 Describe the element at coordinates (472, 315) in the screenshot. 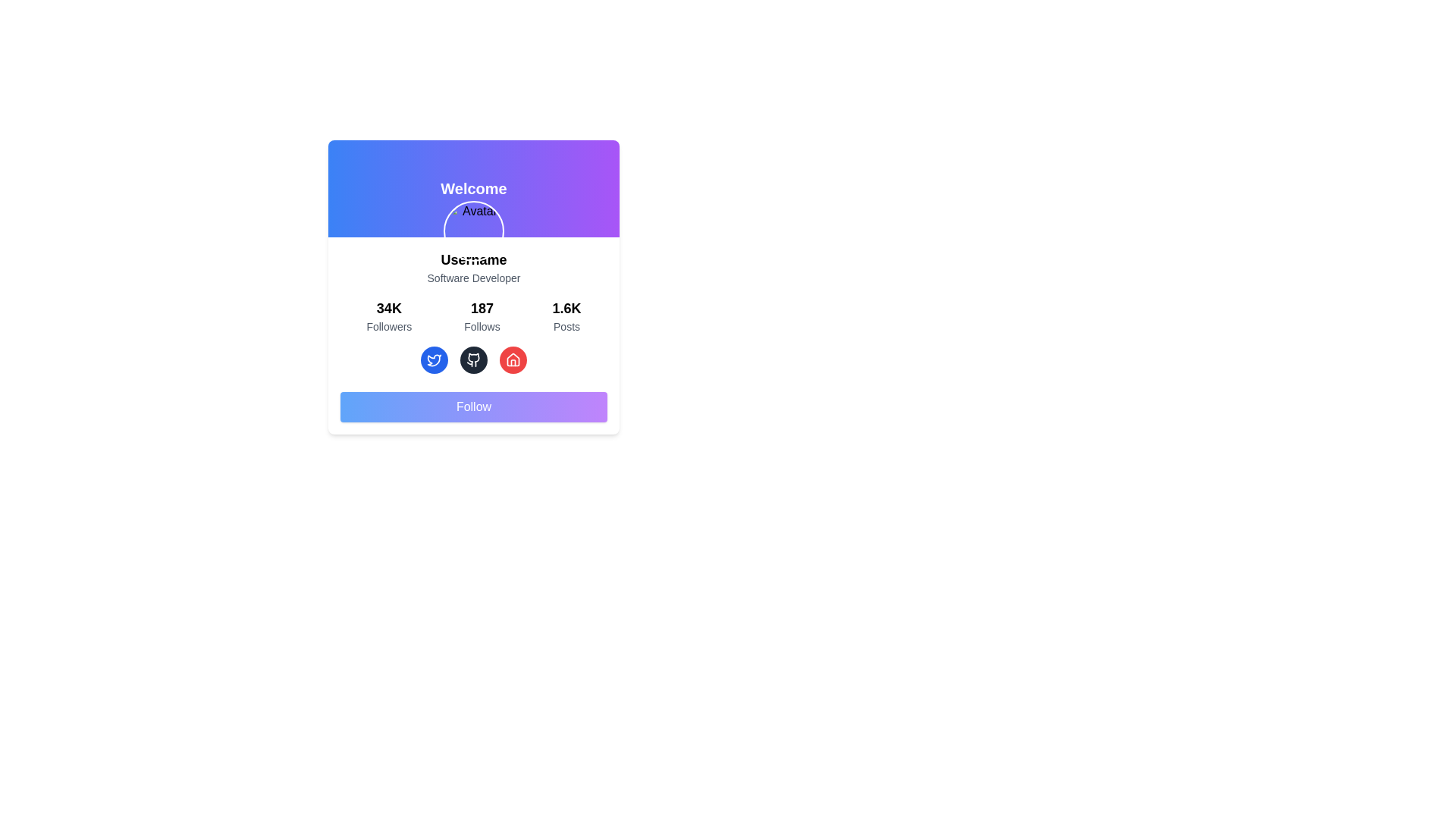

I see `the Summary block displaying the values '34K' for Followers, '187' for Follows, and '1.6K' for Posts, which is located centrally within the user profile card layout` at that location.